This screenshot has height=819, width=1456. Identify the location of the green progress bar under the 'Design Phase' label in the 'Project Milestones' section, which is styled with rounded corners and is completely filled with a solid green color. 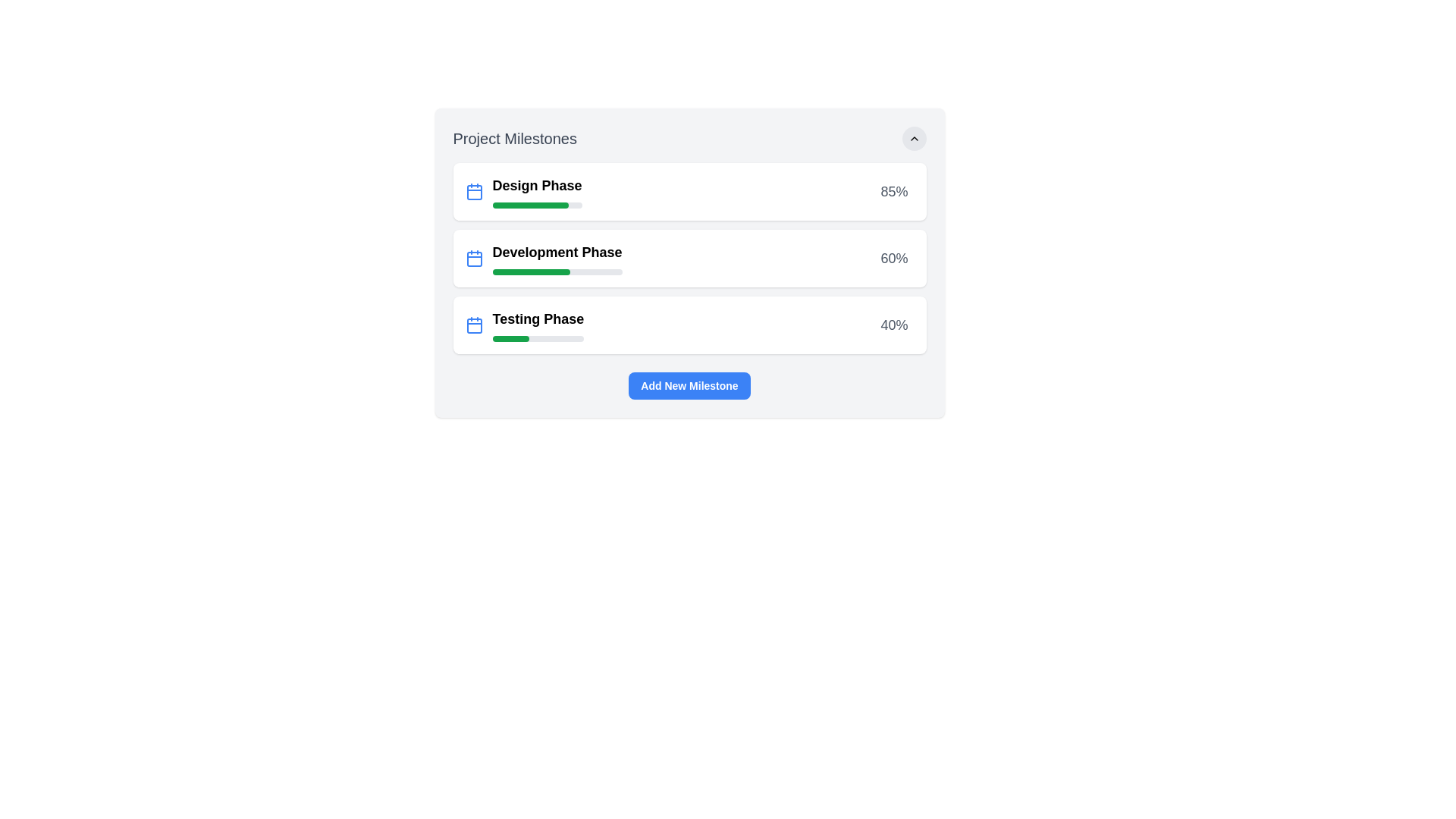
(530, 205).